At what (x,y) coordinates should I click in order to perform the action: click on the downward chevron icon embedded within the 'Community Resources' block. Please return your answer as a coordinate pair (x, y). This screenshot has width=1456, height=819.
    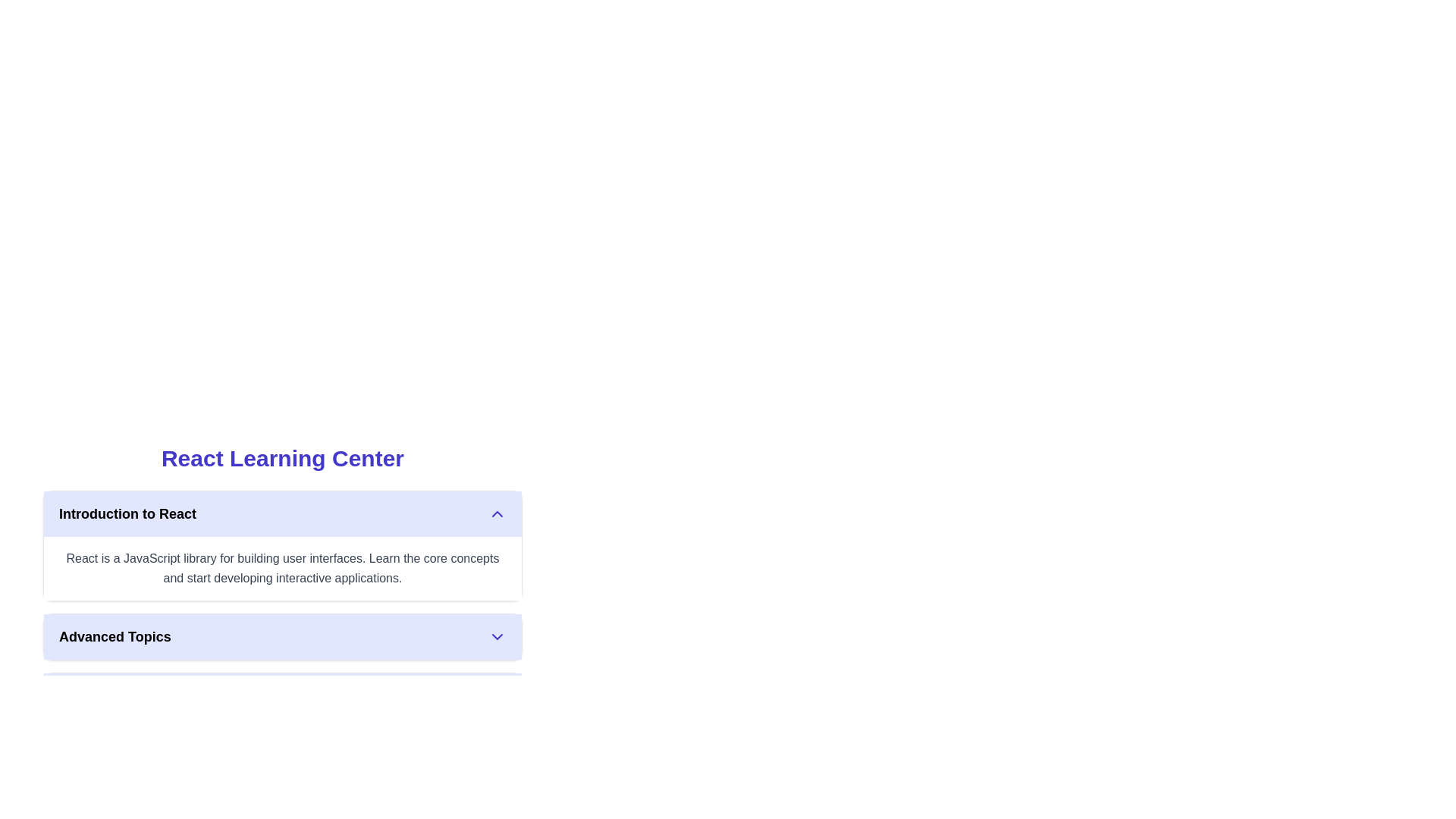
    Looking at the image, I should click on (497, 696).